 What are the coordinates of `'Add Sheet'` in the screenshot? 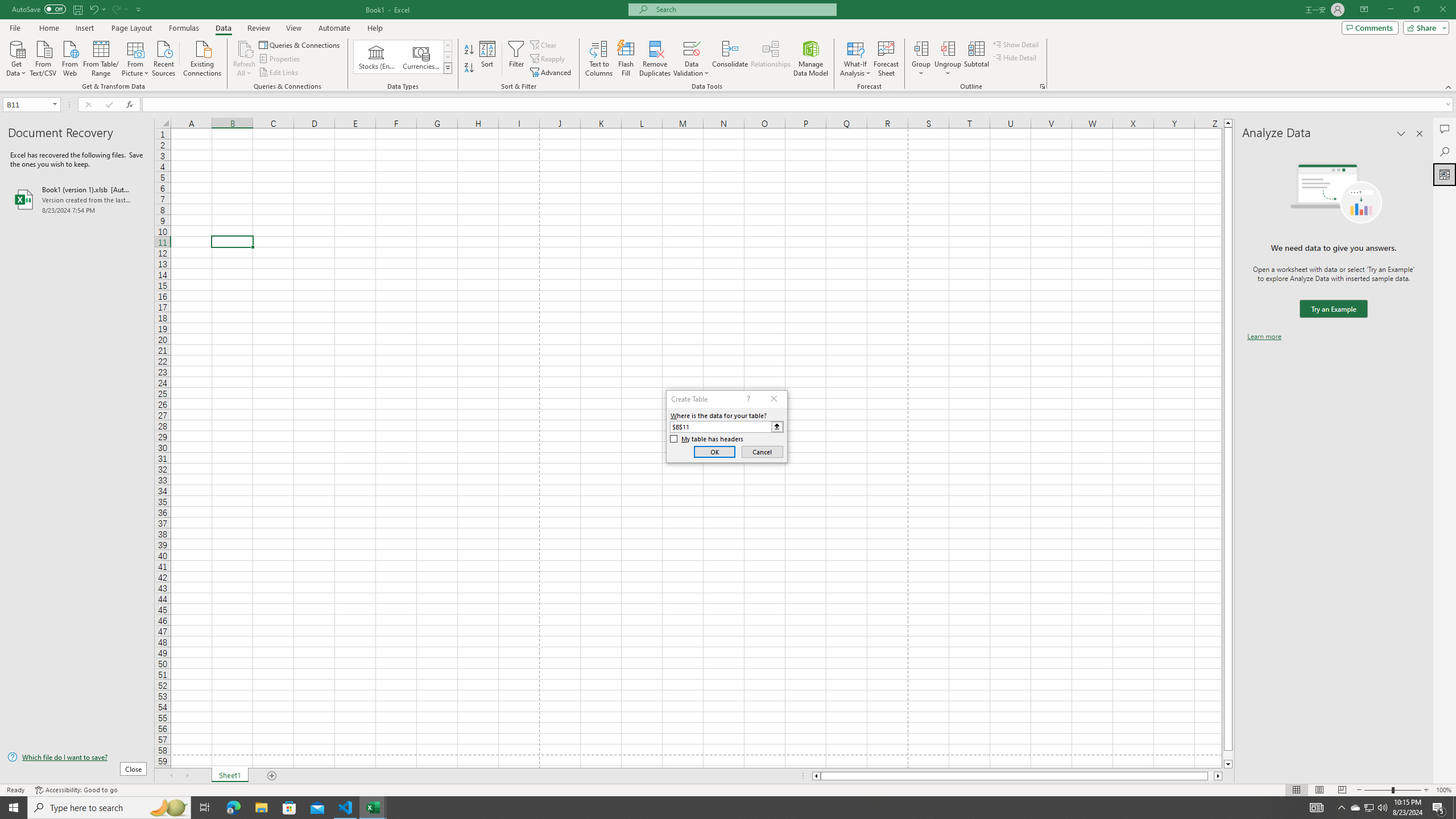 It's located at (273, 775).